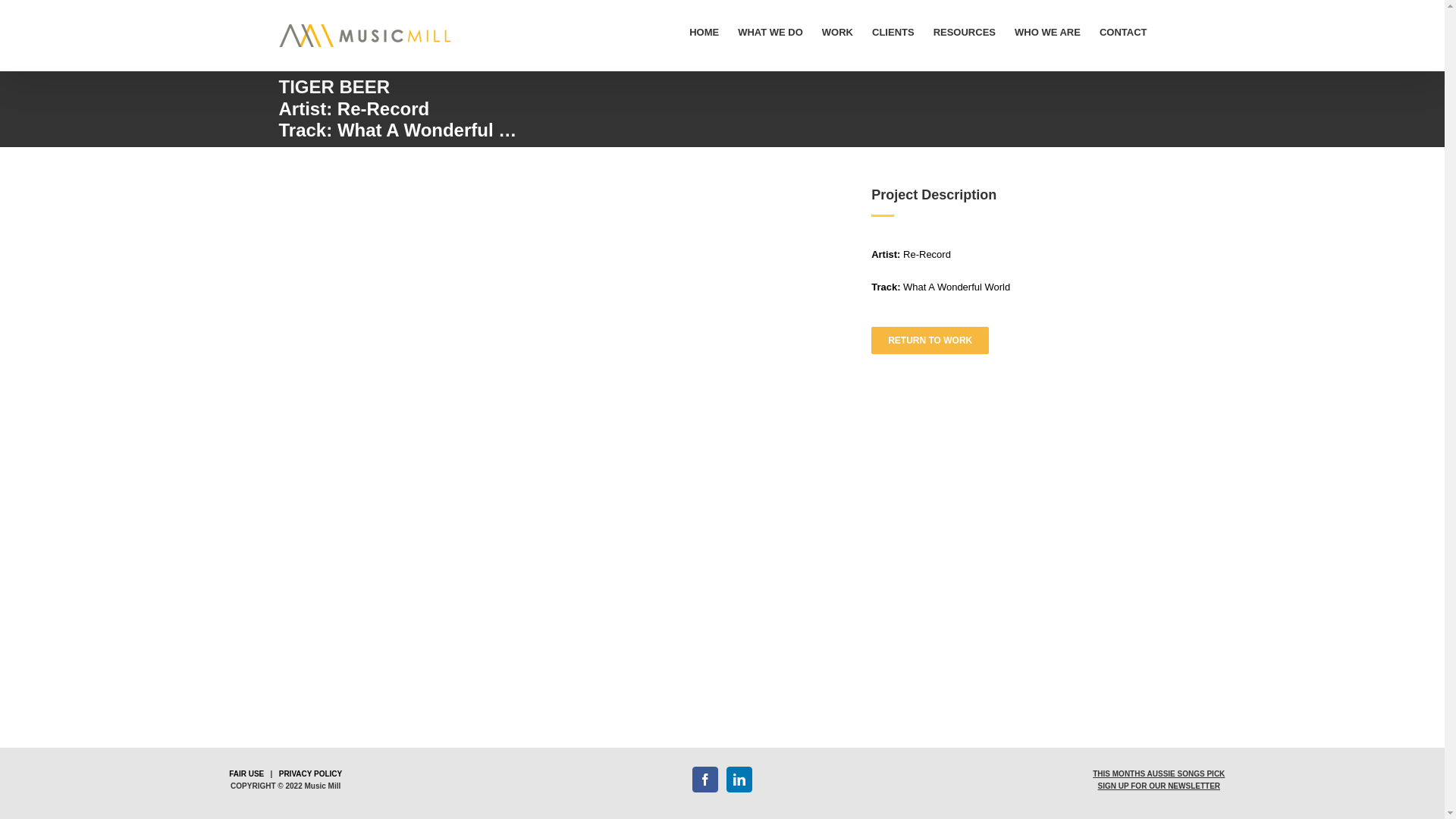  Describe the element at coordinates (1123, 32) in the screenshot. I see `'CONTACT'` at that location.